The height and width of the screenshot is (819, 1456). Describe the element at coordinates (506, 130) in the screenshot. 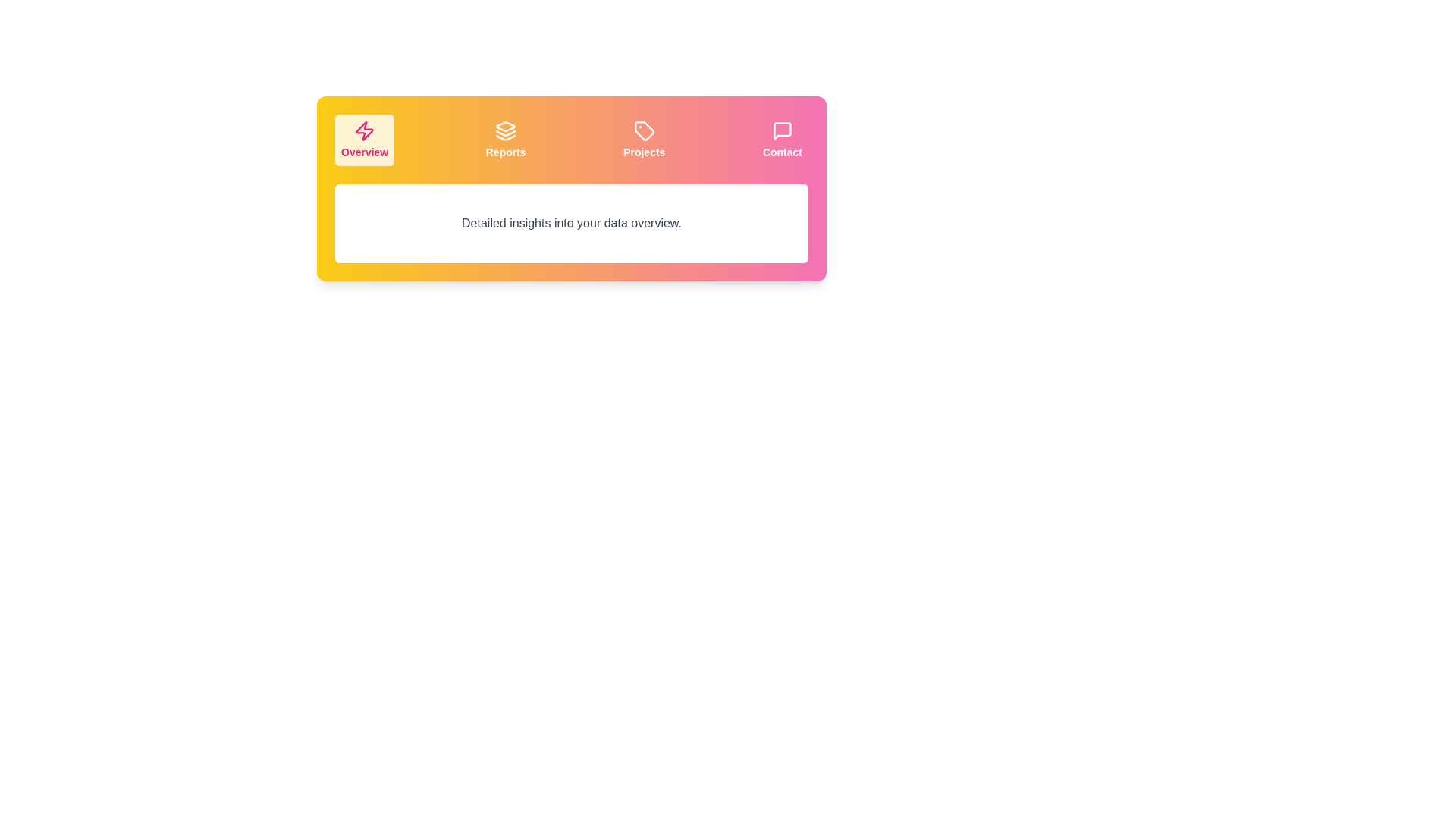

I see `the 'Reports' navigation icon located in the navigation bar, positioned second from the left` at that location.